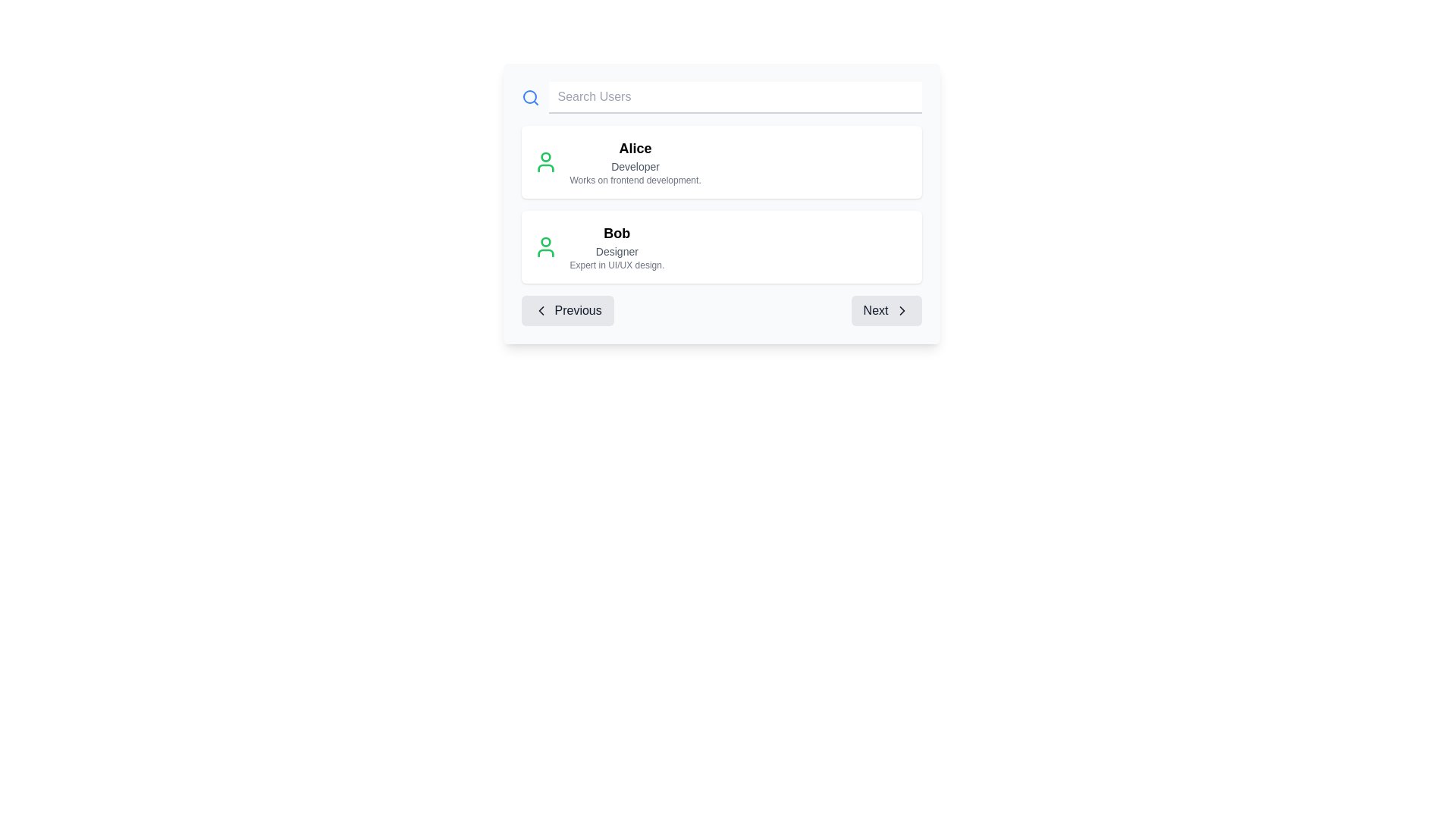 This screenshot has height=819, width=1456. Describe the element at coordinates (617, 265) in the screenshot. I see `the text element reading 'Expert in UI/UX design.' which is a small, light gray font subtitle located below 'Designer' in the second user card` at that location.